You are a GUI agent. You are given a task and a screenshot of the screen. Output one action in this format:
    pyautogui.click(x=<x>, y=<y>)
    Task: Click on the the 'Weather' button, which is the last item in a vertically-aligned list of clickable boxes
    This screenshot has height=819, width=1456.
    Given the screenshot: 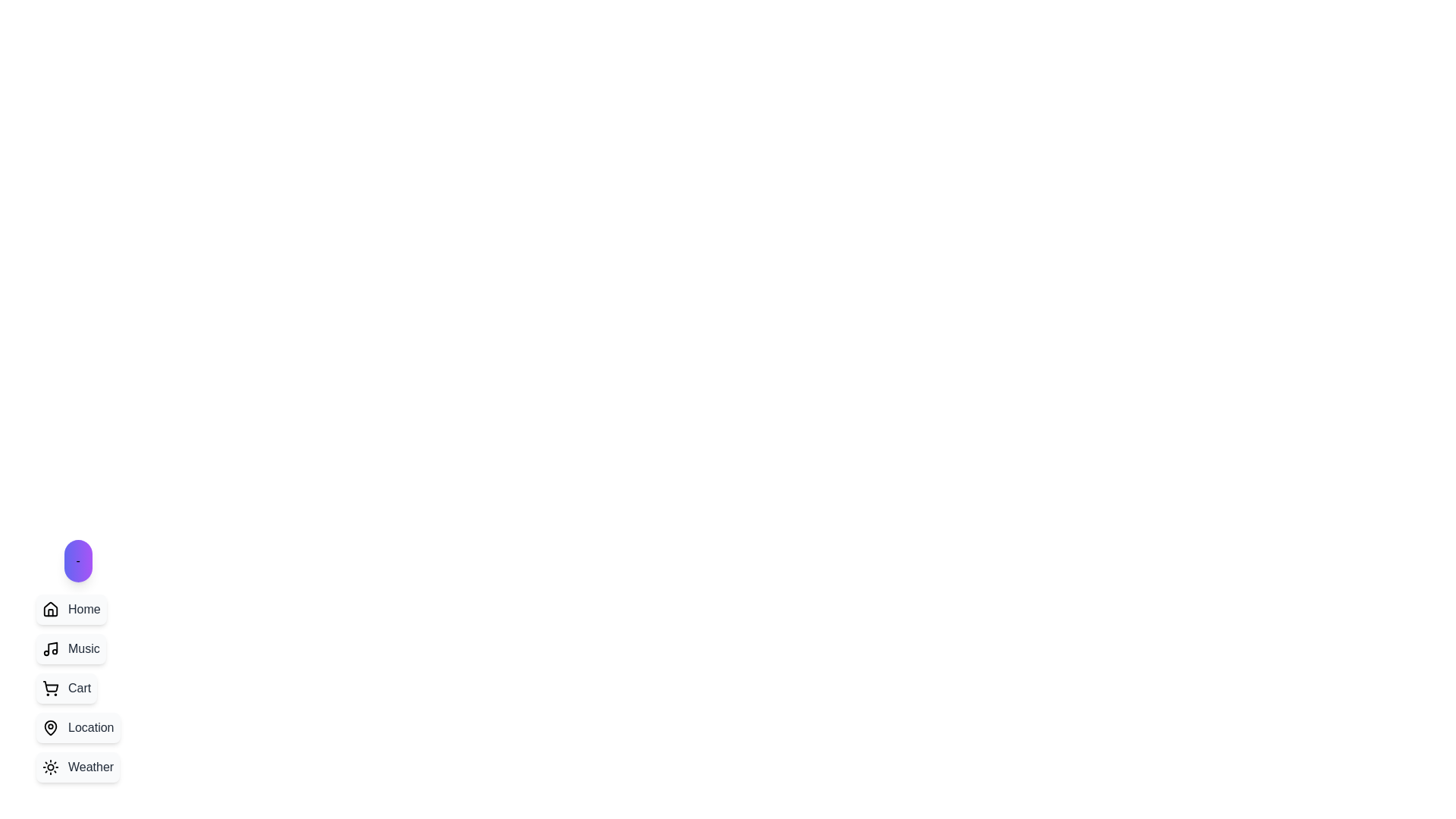 What is the action you would take?
    pyautogui.click(x=77, y=767)
    